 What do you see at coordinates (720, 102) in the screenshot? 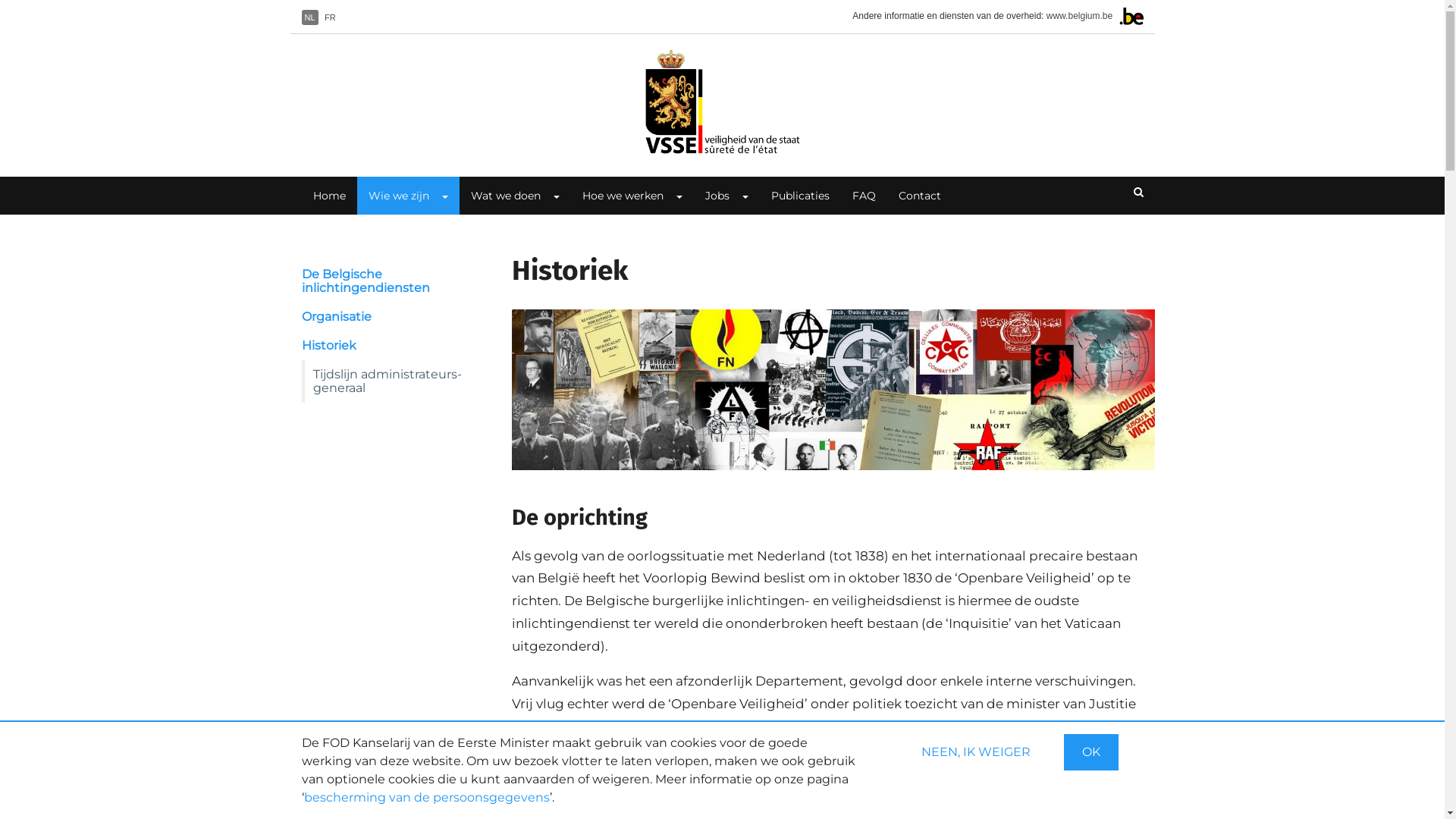
I see `'Home'` at bounding box center [720, 102].